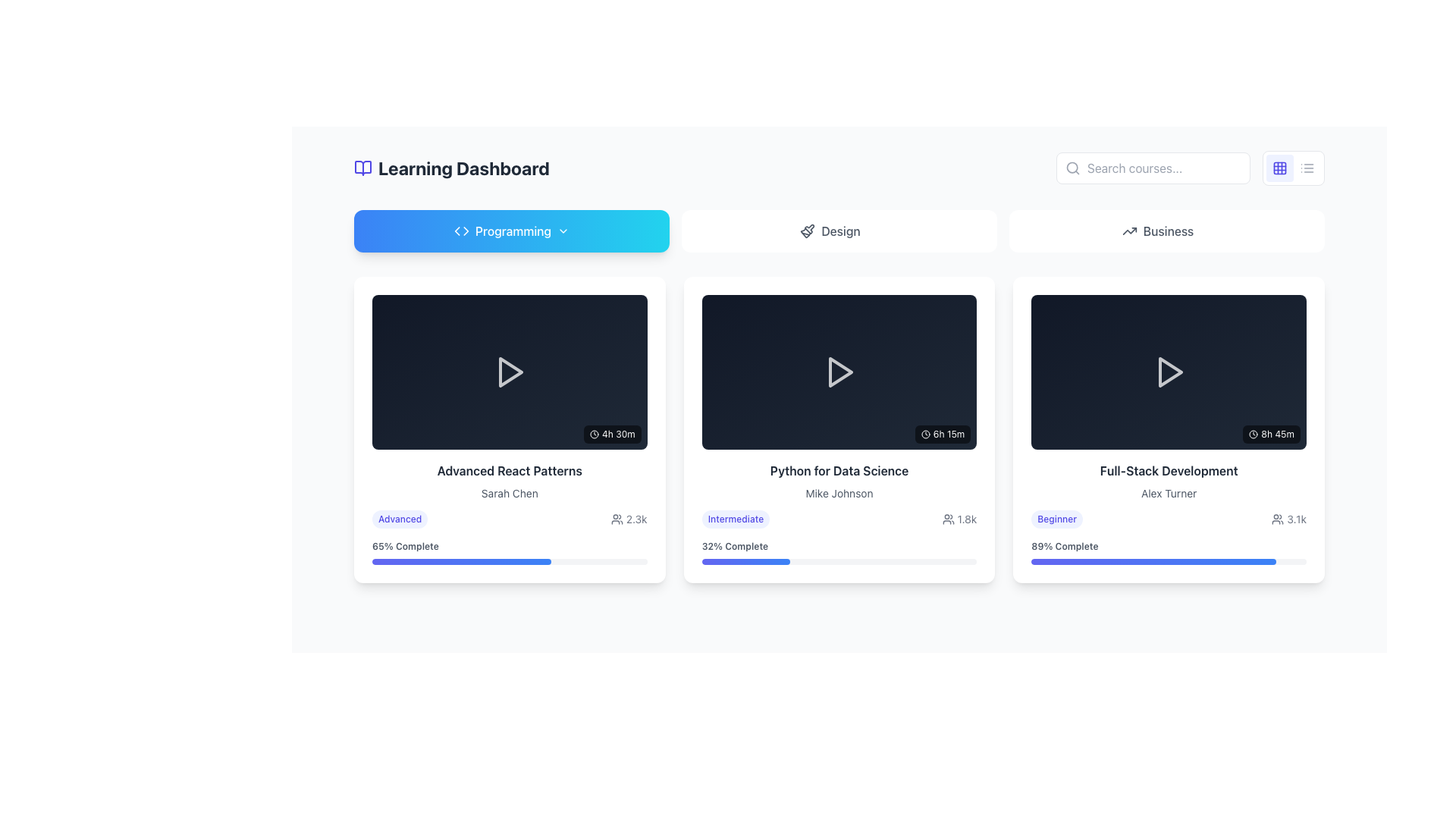 The image size is (1456, 819). What do you see at coordinates (510, 551) in the screenshot?
I see `the progress bar component indicating '65% Complete', which is located at the bottom-center of the card labeled 'Advanced React Patterns'` at bounding box center [510, 551].